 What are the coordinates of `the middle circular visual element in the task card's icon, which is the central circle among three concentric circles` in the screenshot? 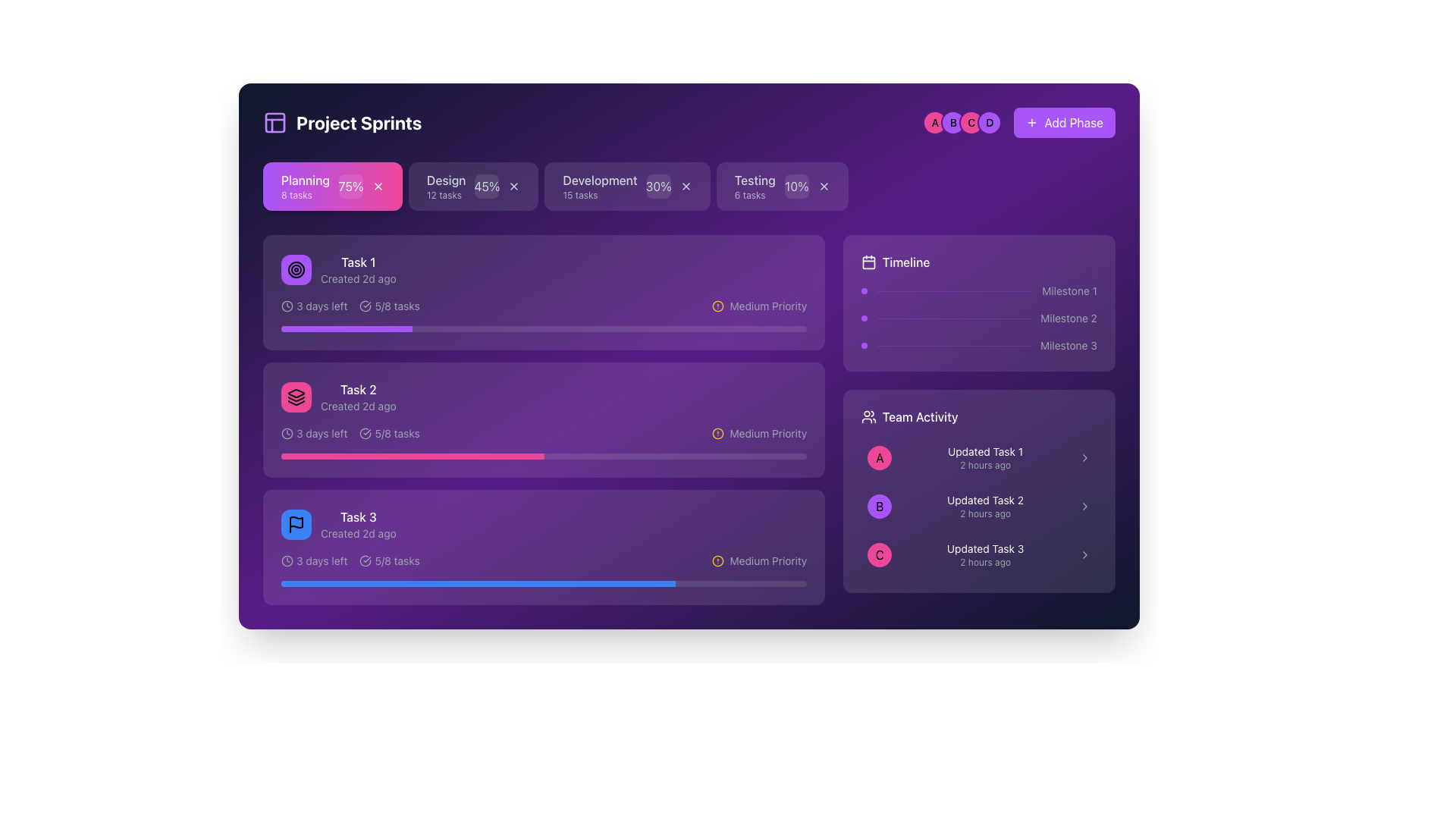 It's located at (296, 268).